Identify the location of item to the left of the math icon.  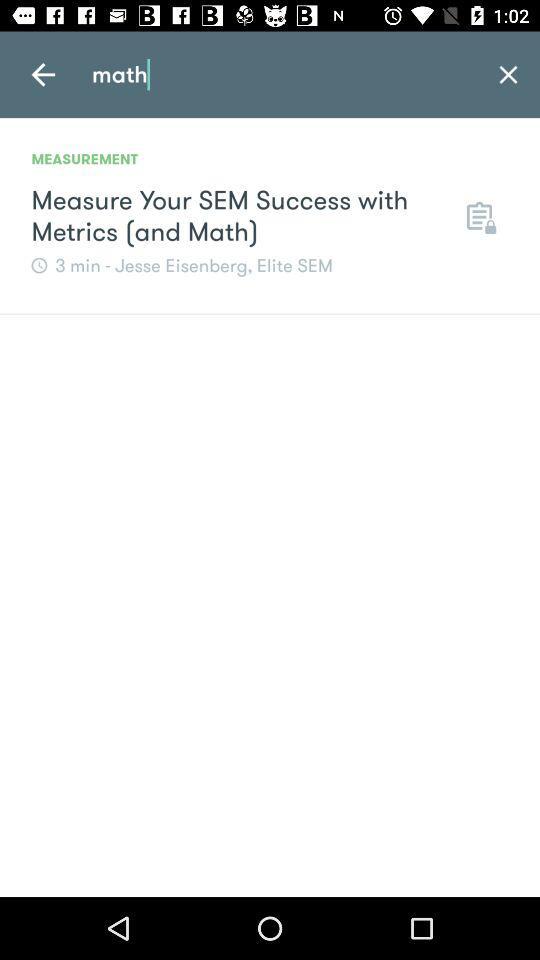
(43, 74).